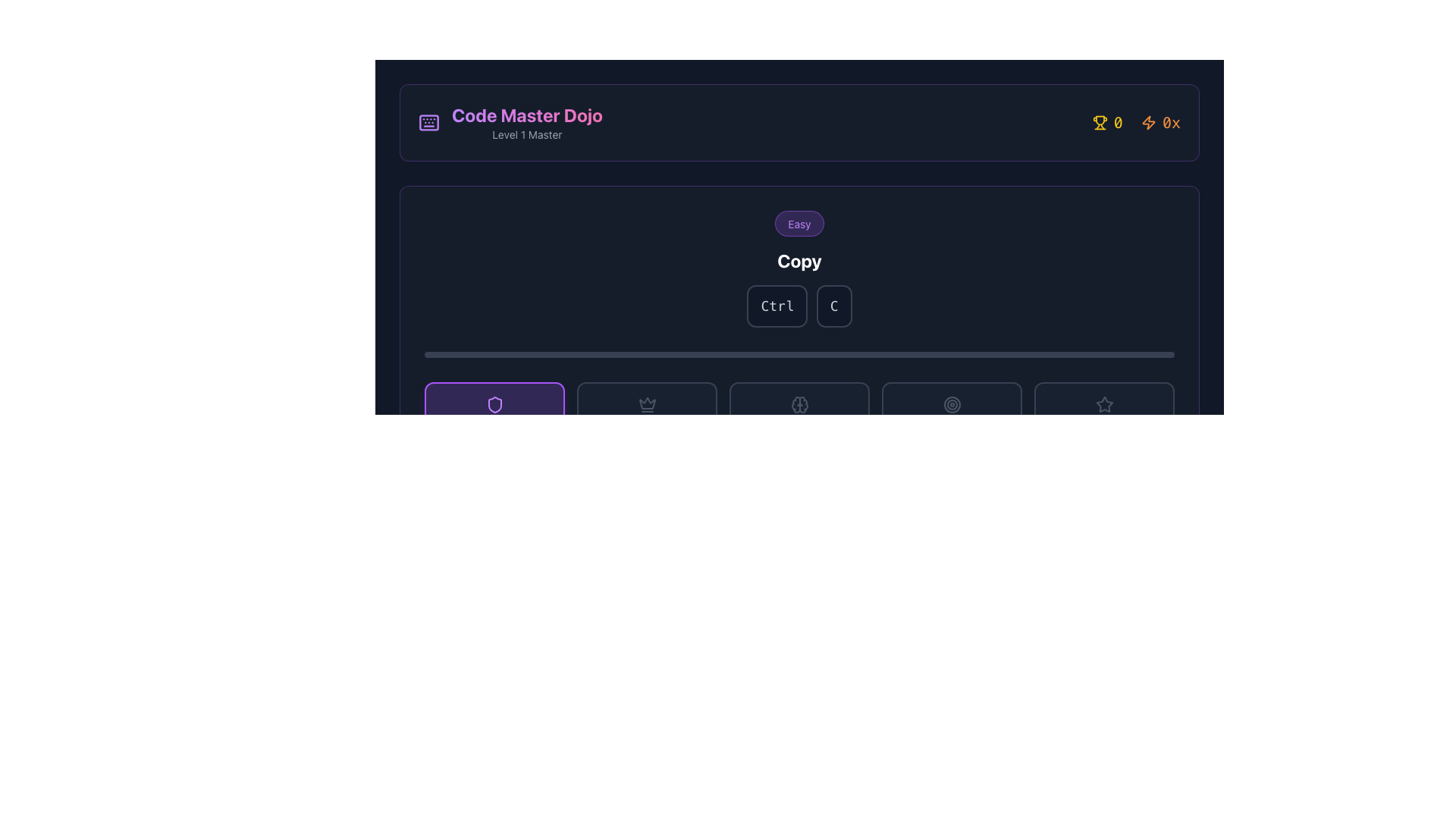  What do you see at coordinates (1171, 122) in the screenshot?
I see `the text element displaying the hexadecimal prefix '0x', located at the rightmost position in the top-right segment of the UI` at bounding box center [1171, 122].